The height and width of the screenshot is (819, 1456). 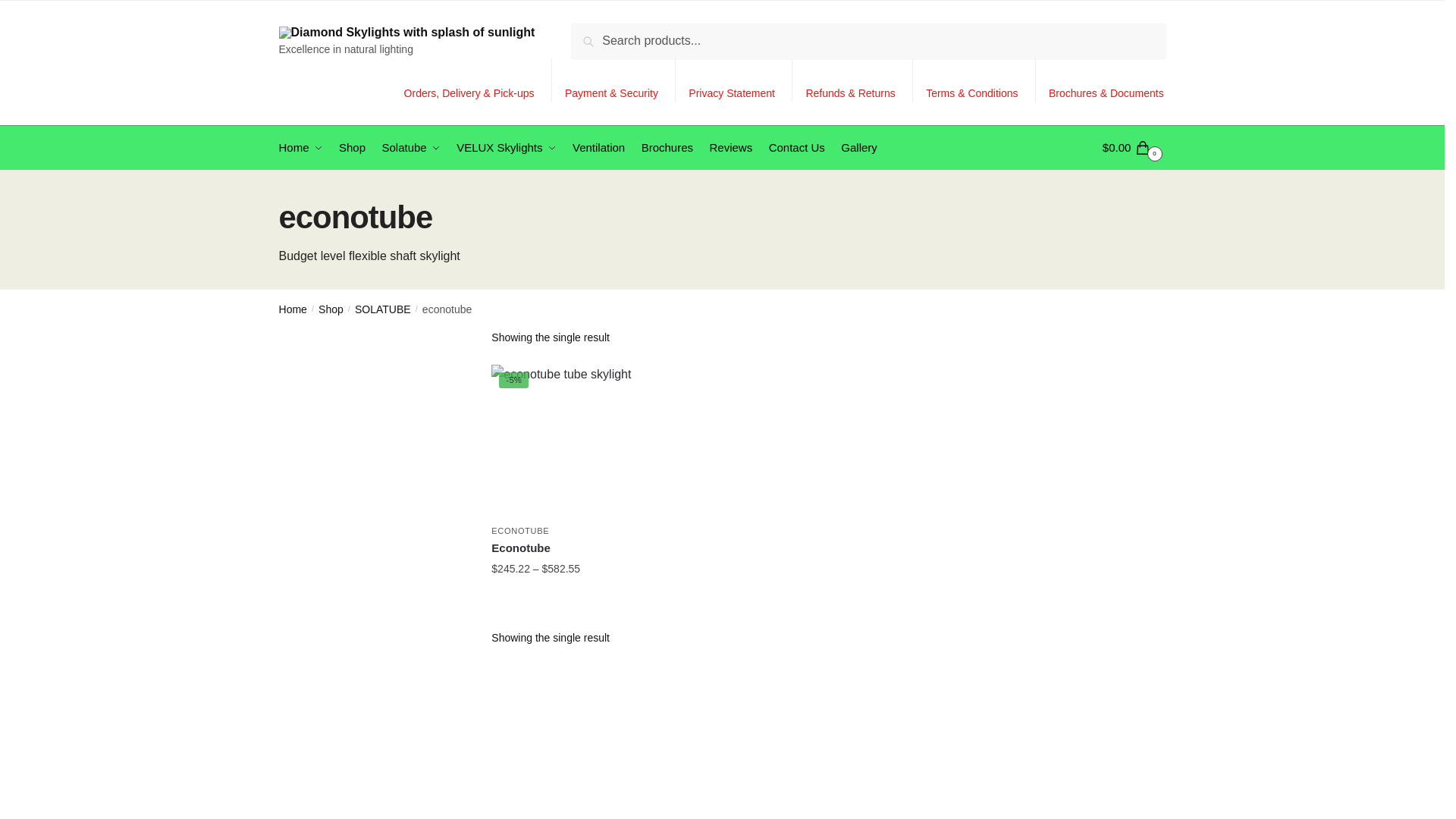 What do you see at coordinates (352, 148) in the screenshot?
I see `'Shop'` at bounding box center [352, 148].